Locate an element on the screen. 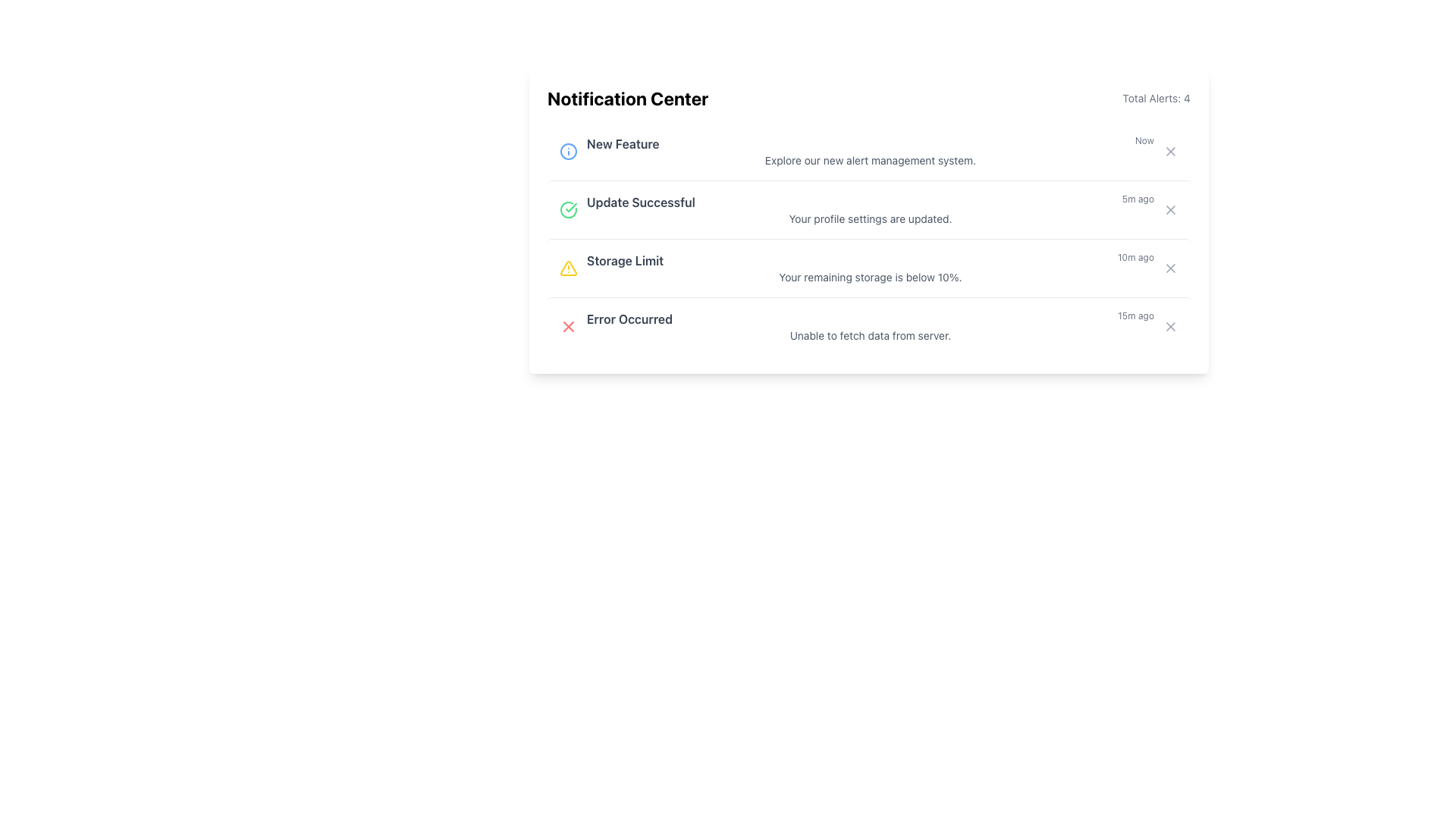 The width and height of the screenshot is (1456, 819). the detailed message text of the notification located below 'Error Occurred' in the fourth notification entry is located at coordinates (870, 335).